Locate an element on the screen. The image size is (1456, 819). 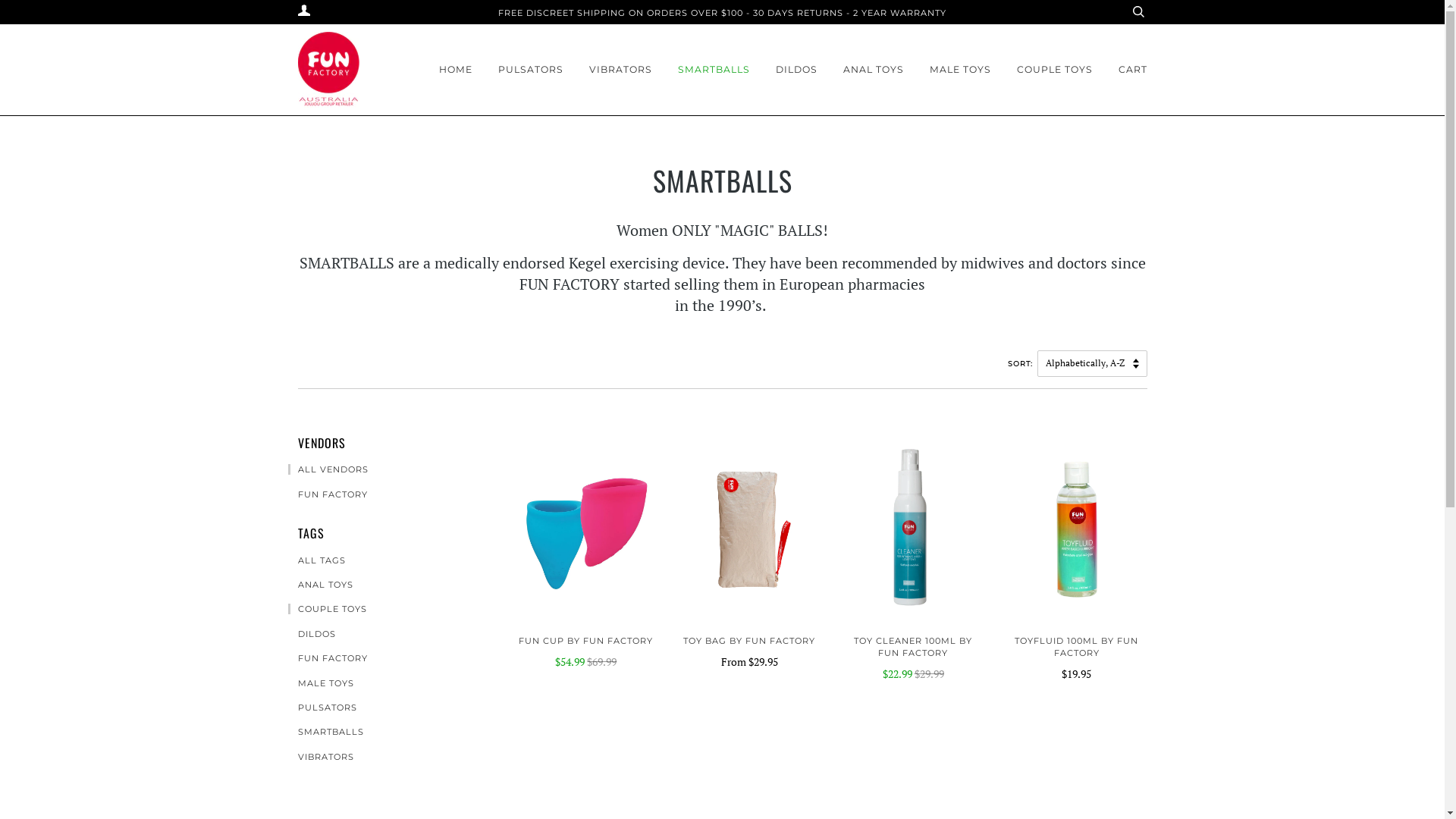
'FUN CUP BY FUN FACTORY is located at coordinates (585, 651).